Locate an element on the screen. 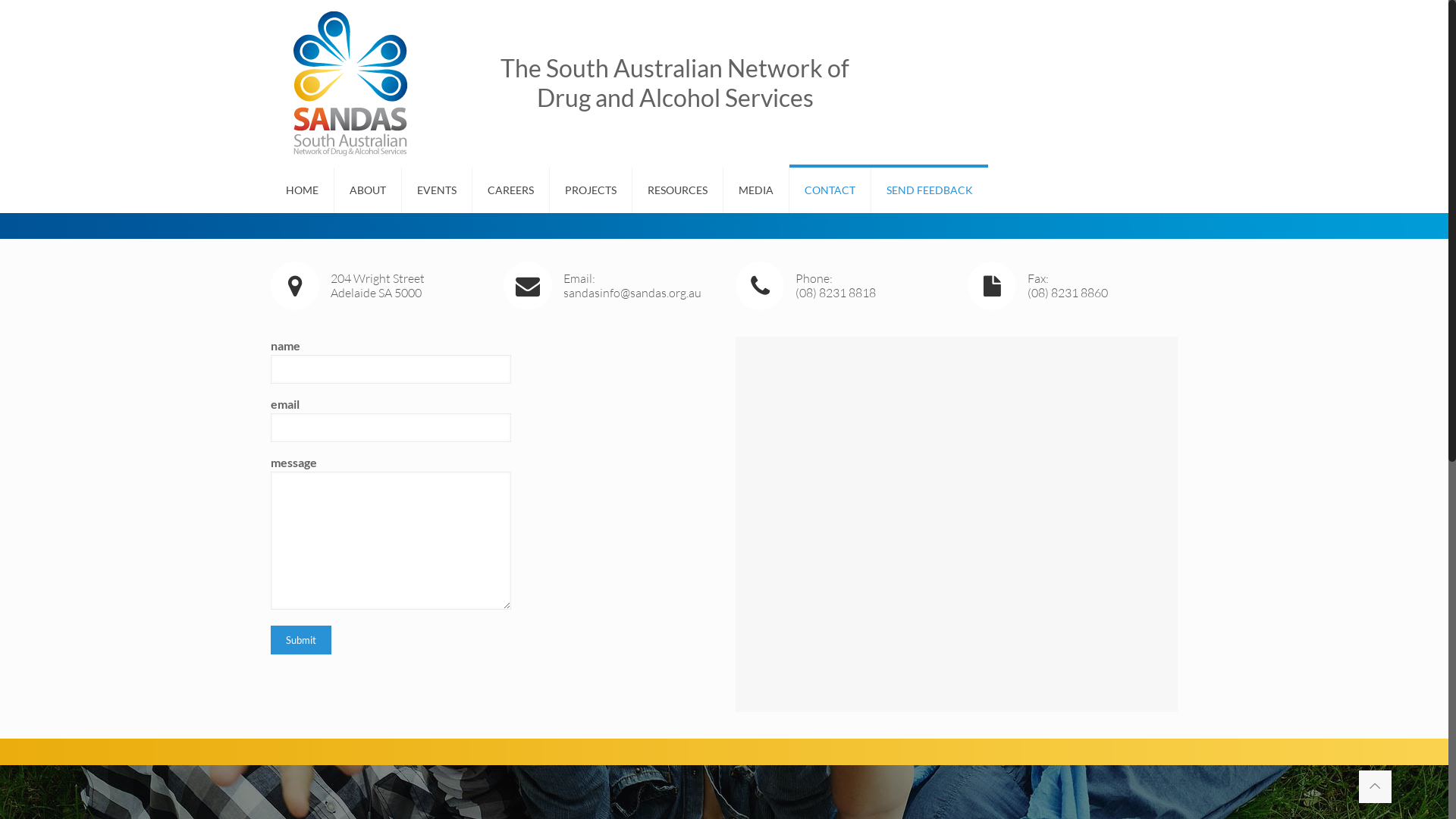 Image resolution: width=1456 pixels, height=819 pixels. 'MEDIA' is located at coordinates (756, 189).